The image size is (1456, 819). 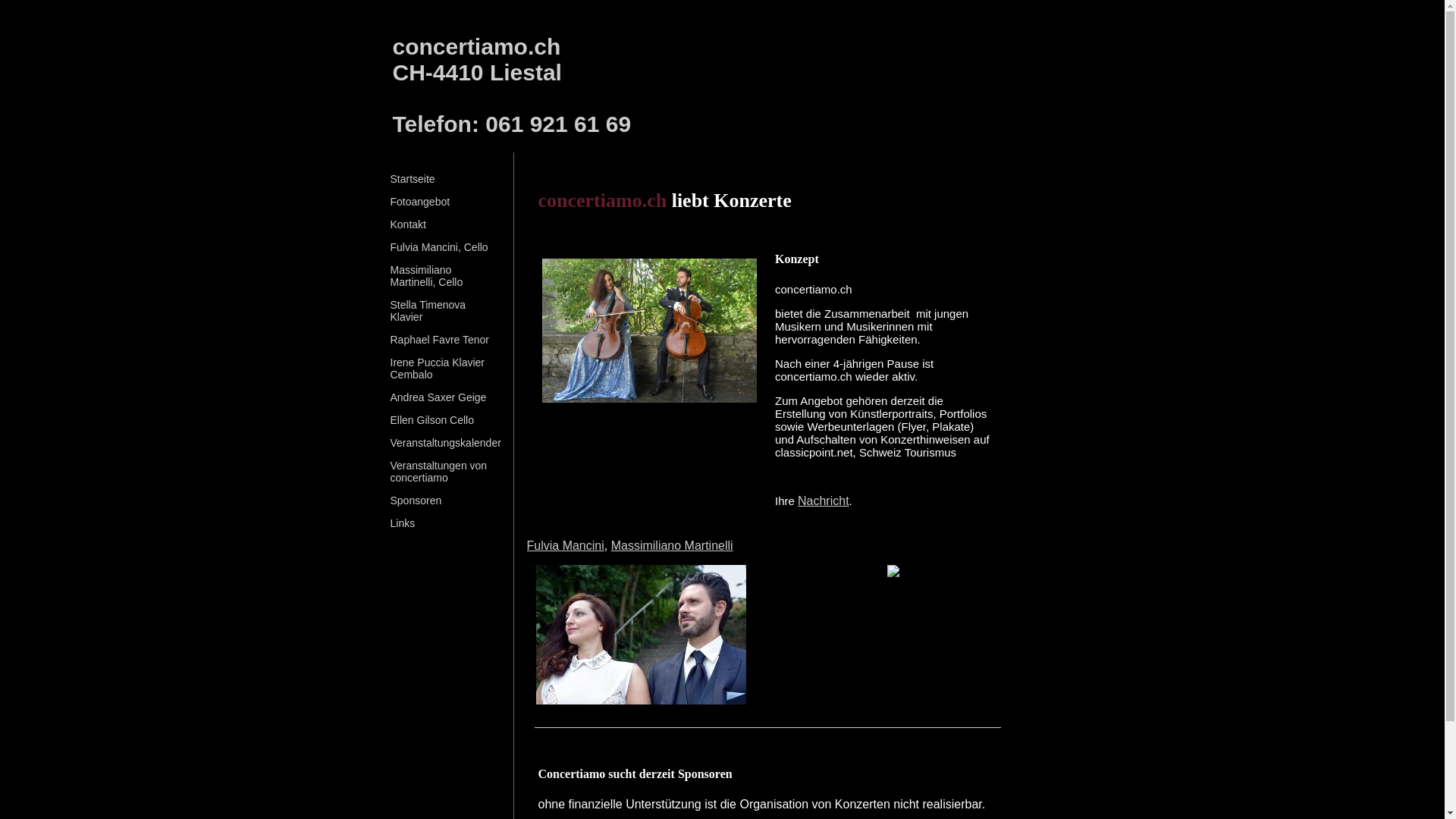 I want to click on 'Links', so click(x=402, y=528).